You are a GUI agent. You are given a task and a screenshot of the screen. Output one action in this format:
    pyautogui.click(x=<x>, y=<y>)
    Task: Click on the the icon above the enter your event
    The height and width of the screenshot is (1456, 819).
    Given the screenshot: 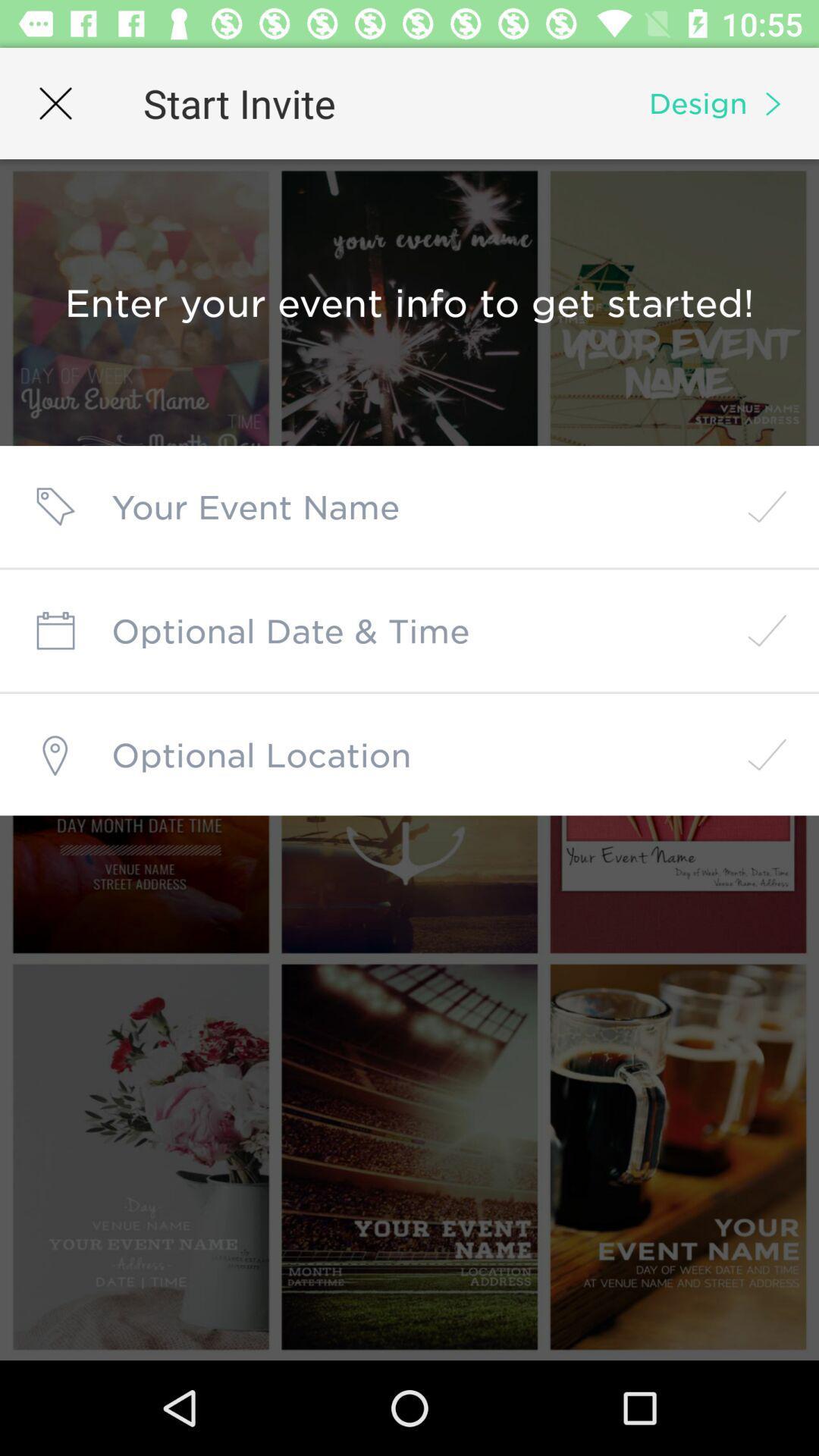 What is the action you would take?
    pyautogui.click(x=55, y=102)
    